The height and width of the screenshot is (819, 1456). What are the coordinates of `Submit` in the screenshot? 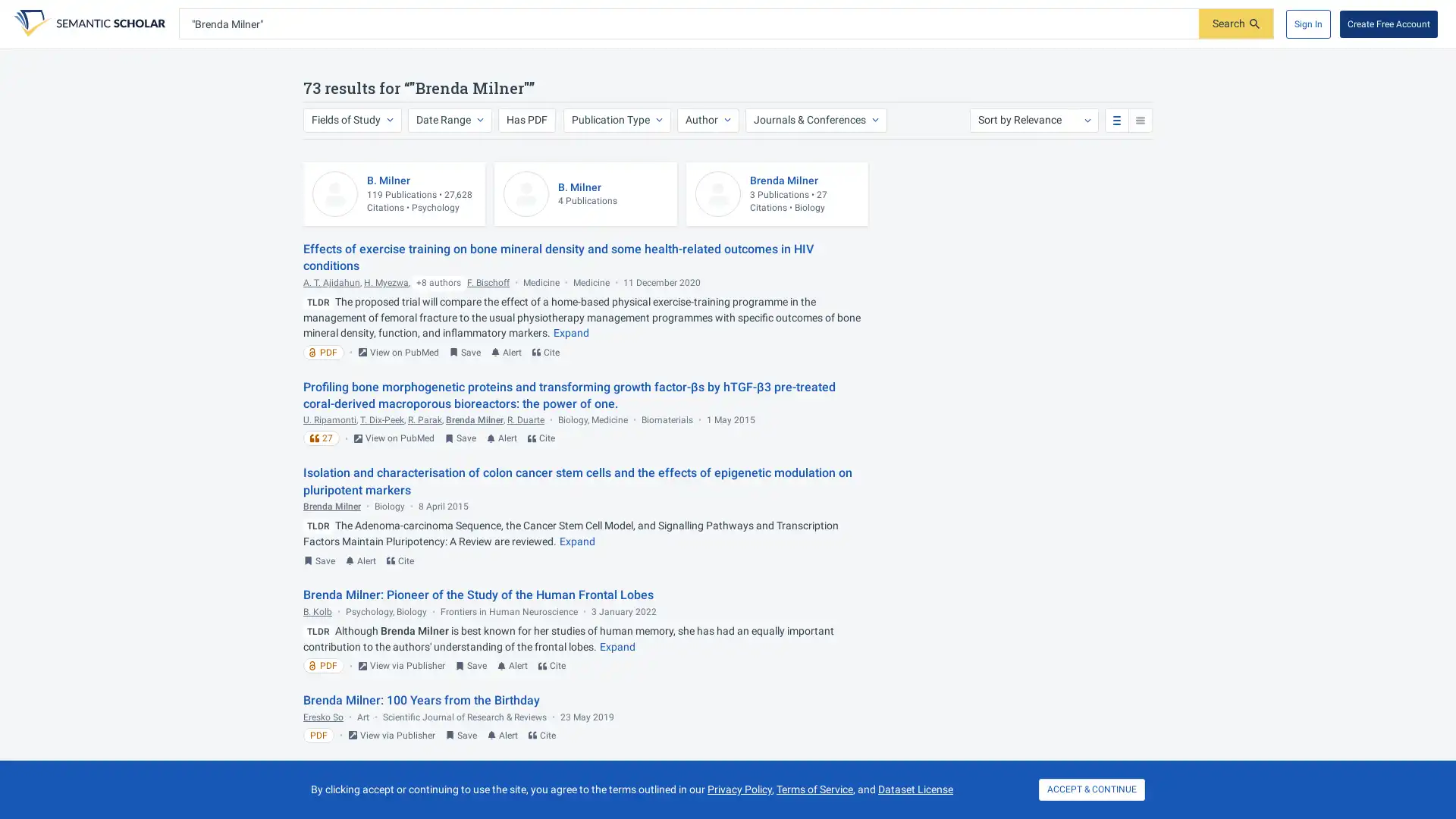 It's located at (1236, 24).